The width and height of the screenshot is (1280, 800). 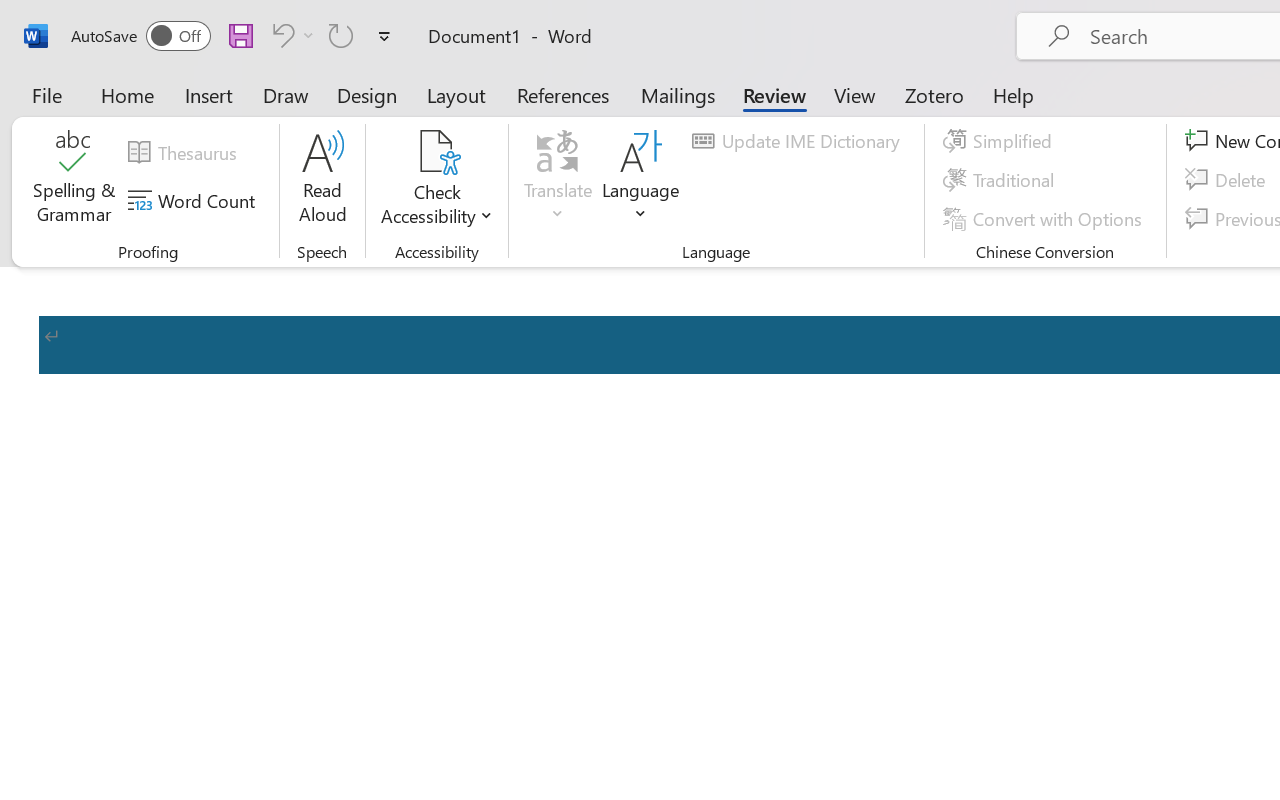 I want to click on 'Undo Apply Quick Style Set', so click(x=279, y=34).